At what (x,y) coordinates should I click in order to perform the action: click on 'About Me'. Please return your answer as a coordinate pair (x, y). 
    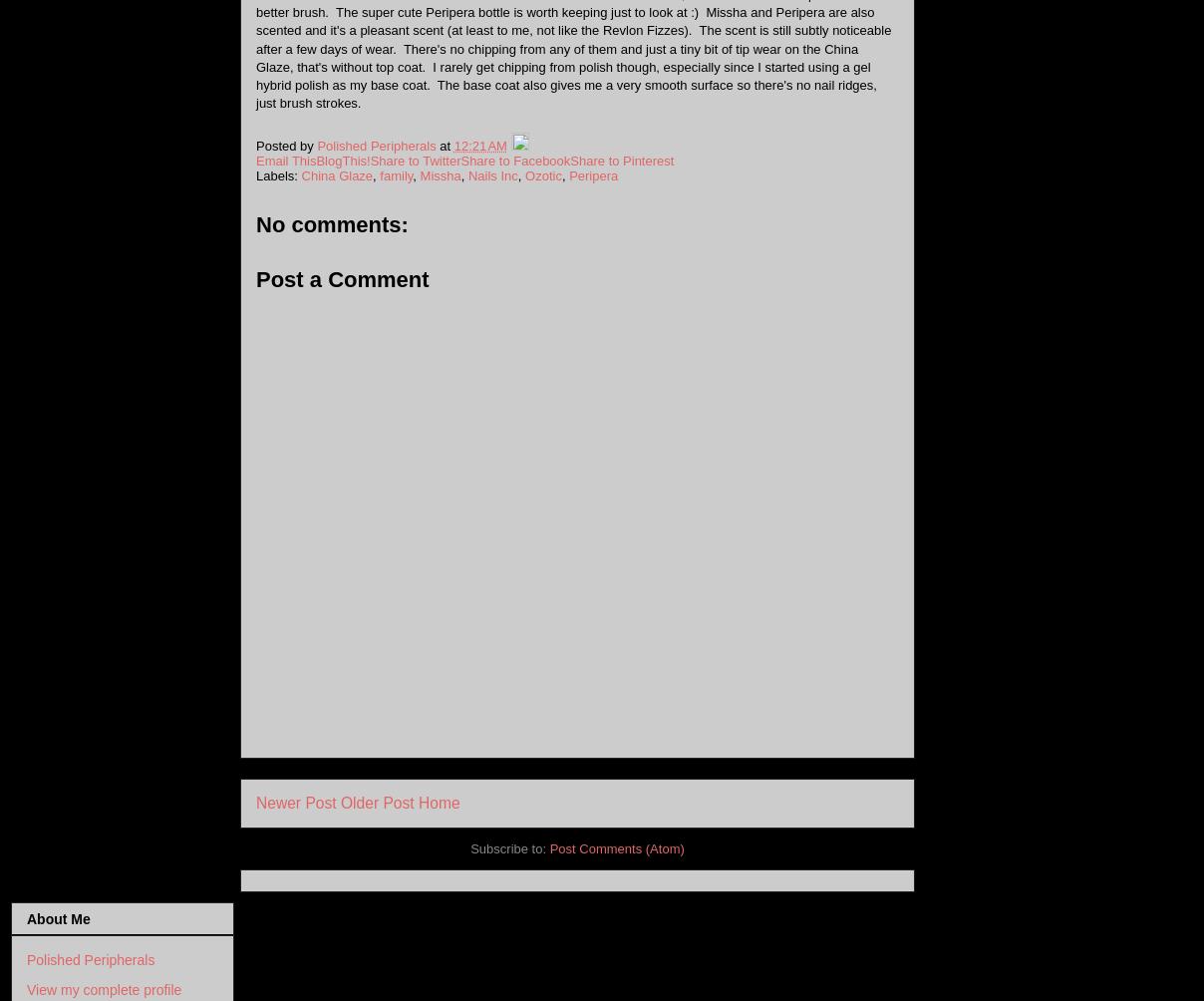
    Looking at the image, I should click on (57, 916).